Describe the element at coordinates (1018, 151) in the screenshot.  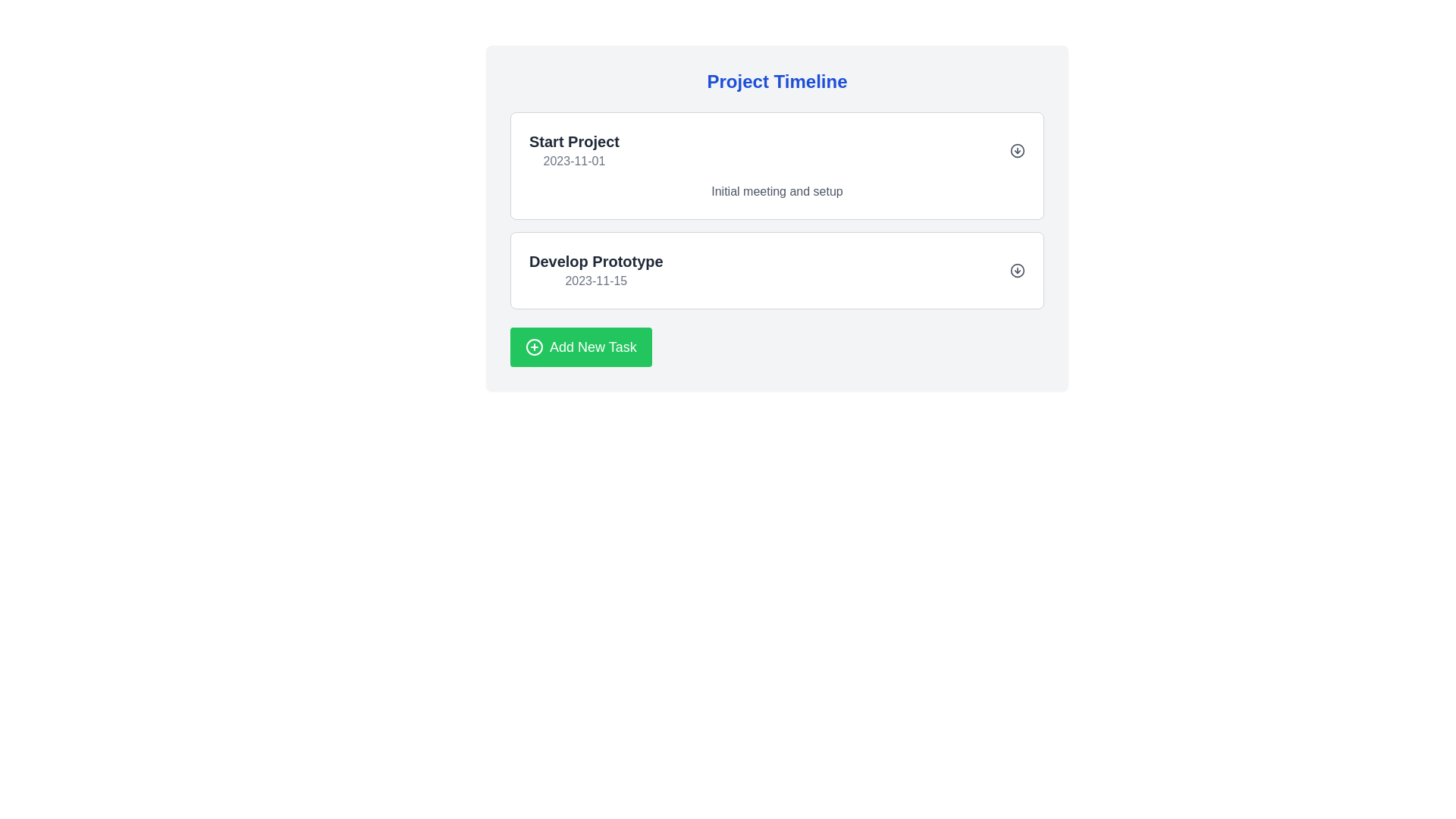
I see `the circular download icon located at the top-right corner of the 'Start Project' section next to 'Start Project 2023-11-01'` at that location.